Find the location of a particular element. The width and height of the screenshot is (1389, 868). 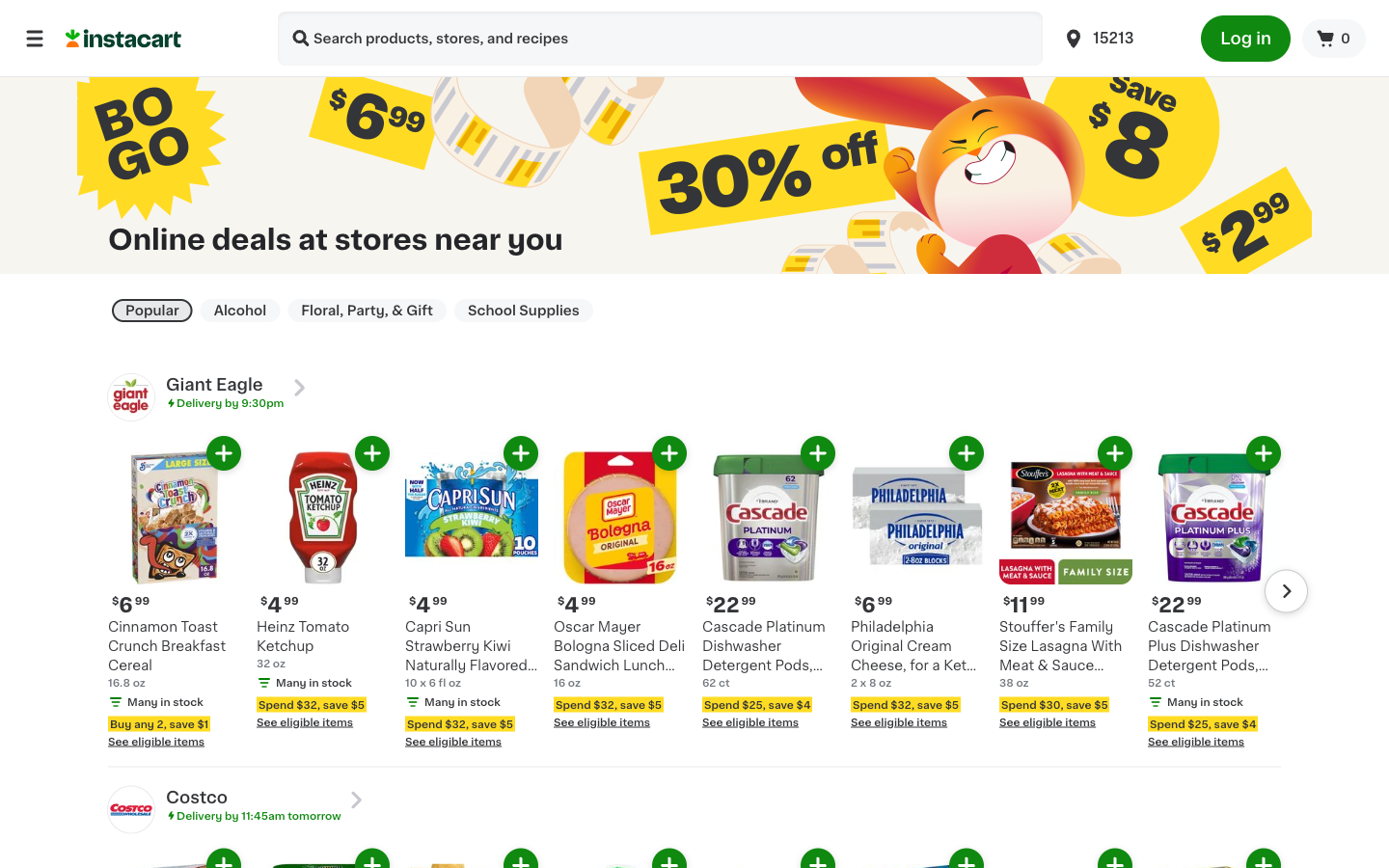

Arrange based on Alcohol Group is located at coordinates (238, 310).